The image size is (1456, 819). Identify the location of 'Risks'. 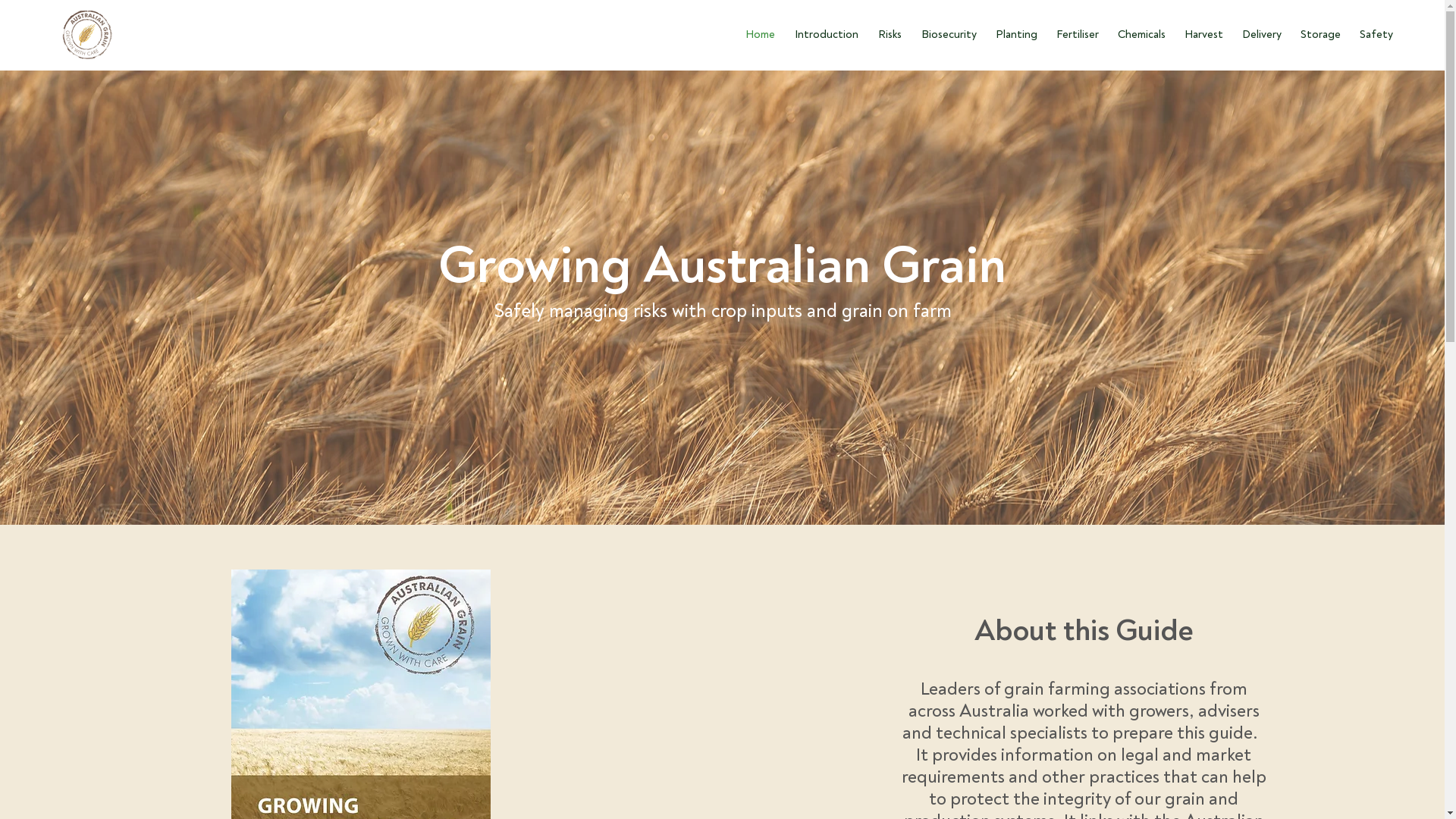
(887, 34).